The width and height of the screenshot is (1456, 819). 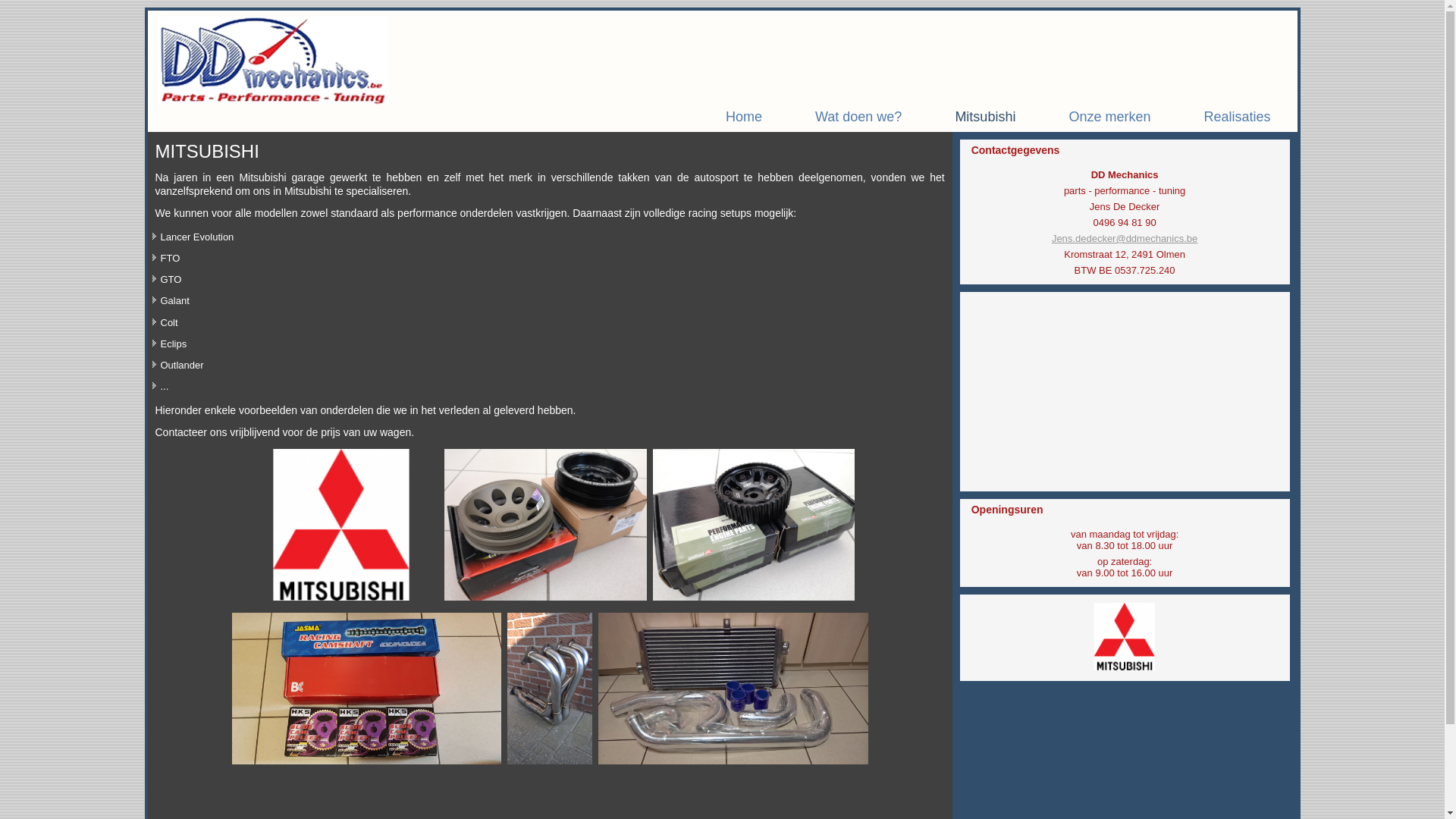 What do you see at coordinates (1040, 116) in the screenshot?
I see `'Onze merken'` at bounding box center [1040, 116].